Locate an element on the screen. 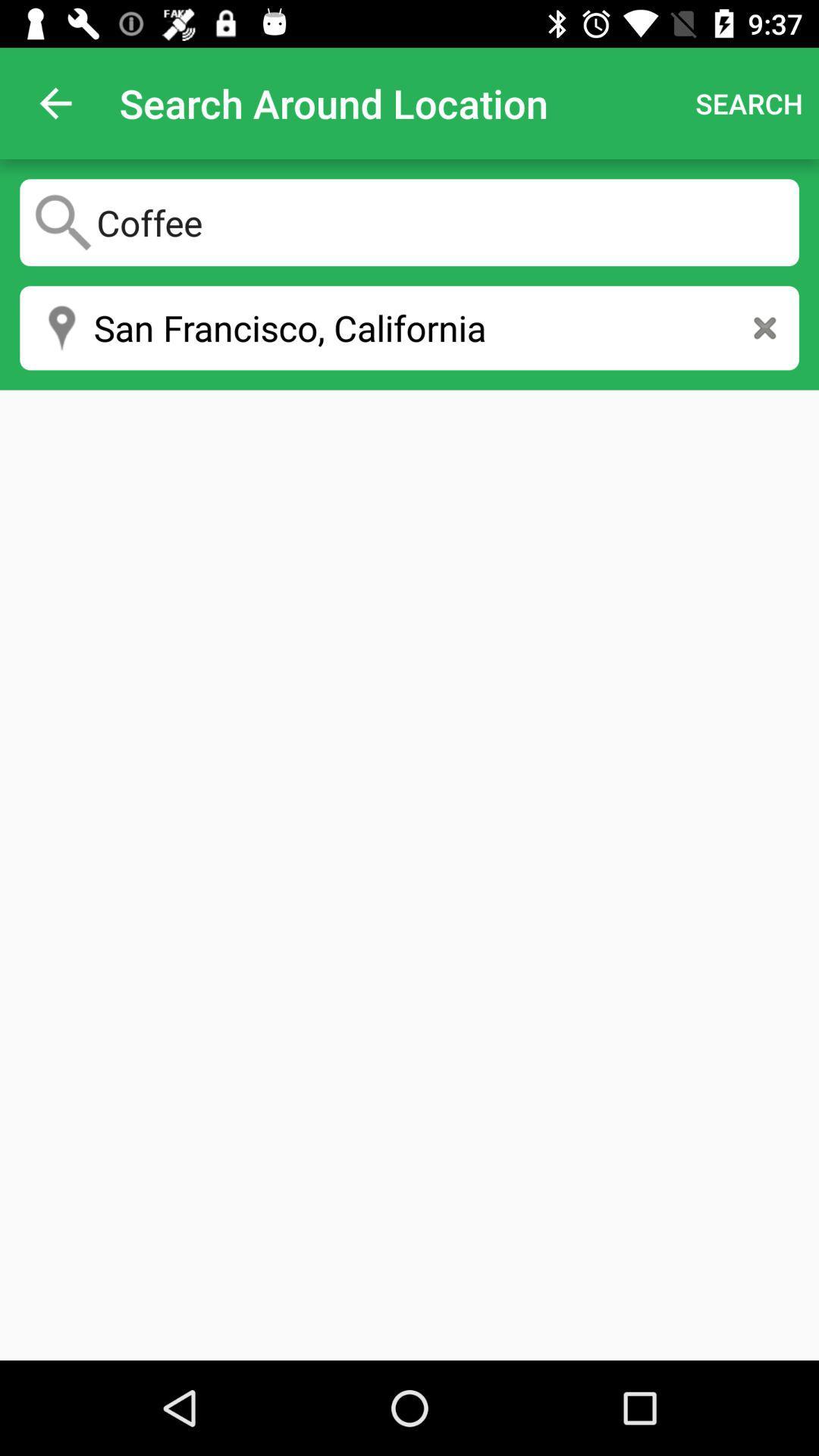 The height and width of the screenshot is (1456, 819). icon next to search around location item is located at coordinates (55, 102).